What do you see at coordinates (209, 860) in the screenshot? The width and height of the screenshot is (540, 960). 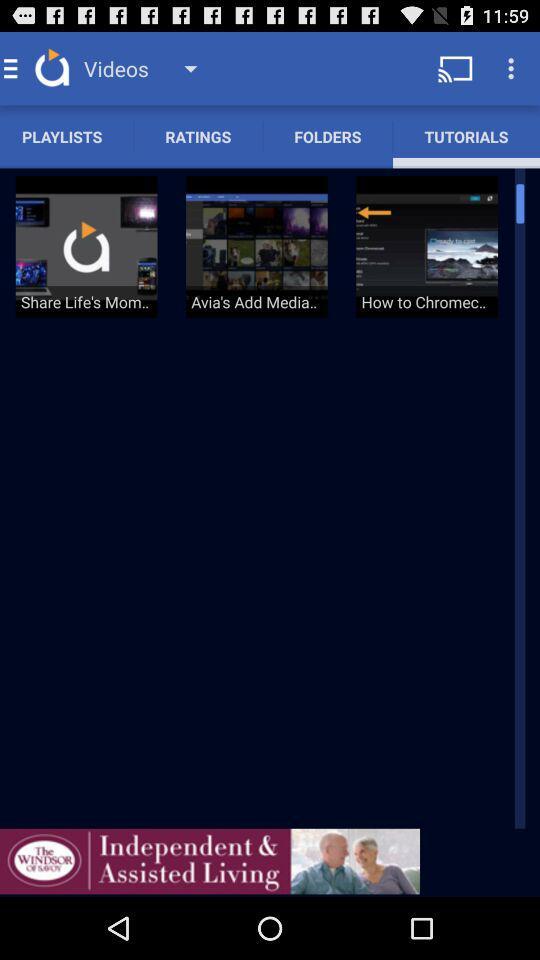 I see `advatisment paga` at bounding box center [209, 860].